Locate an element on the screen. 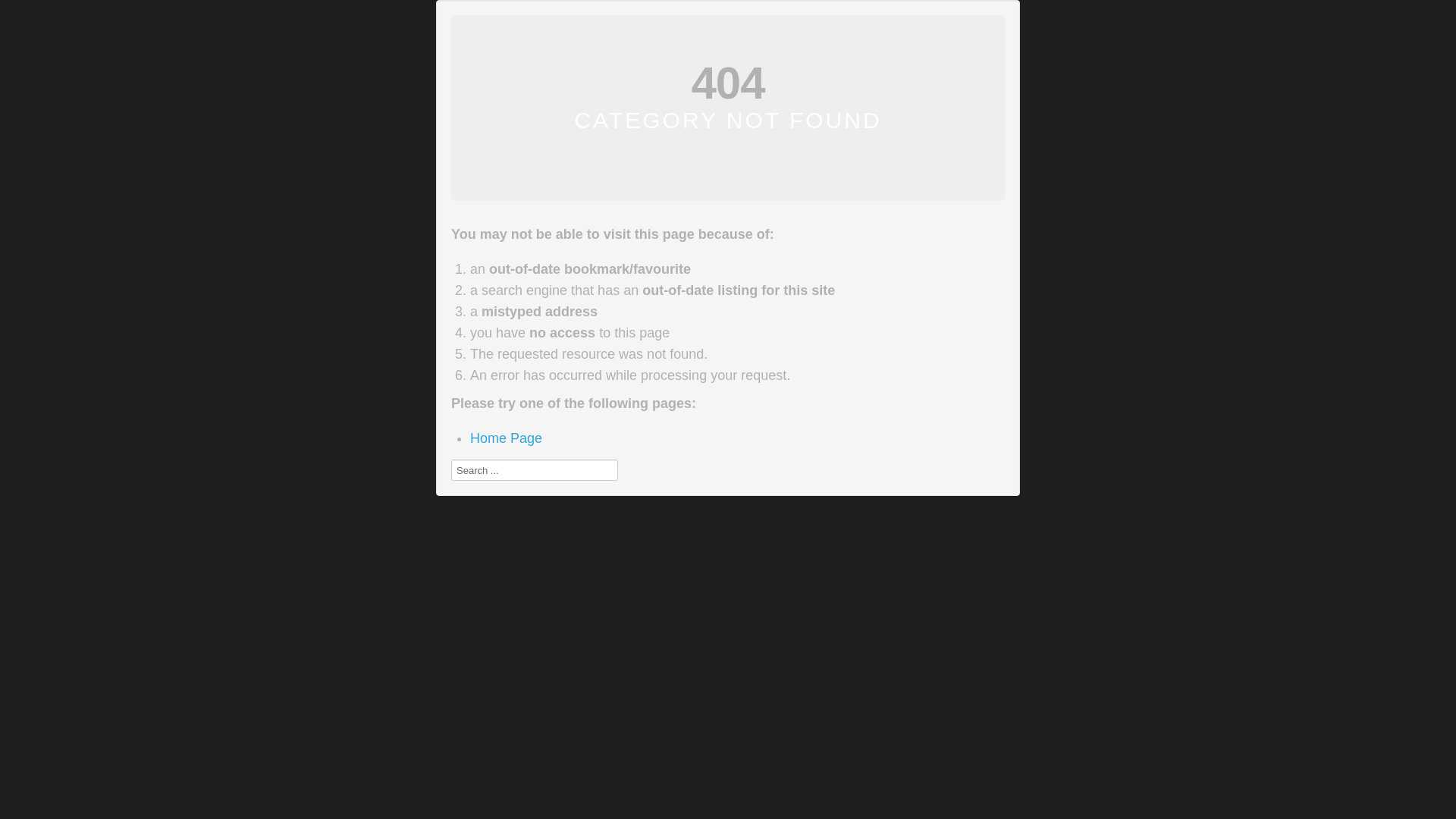 The height and width of the screenshot is (819, 1456). 'Home Page' is located at coordinates (469, 438).